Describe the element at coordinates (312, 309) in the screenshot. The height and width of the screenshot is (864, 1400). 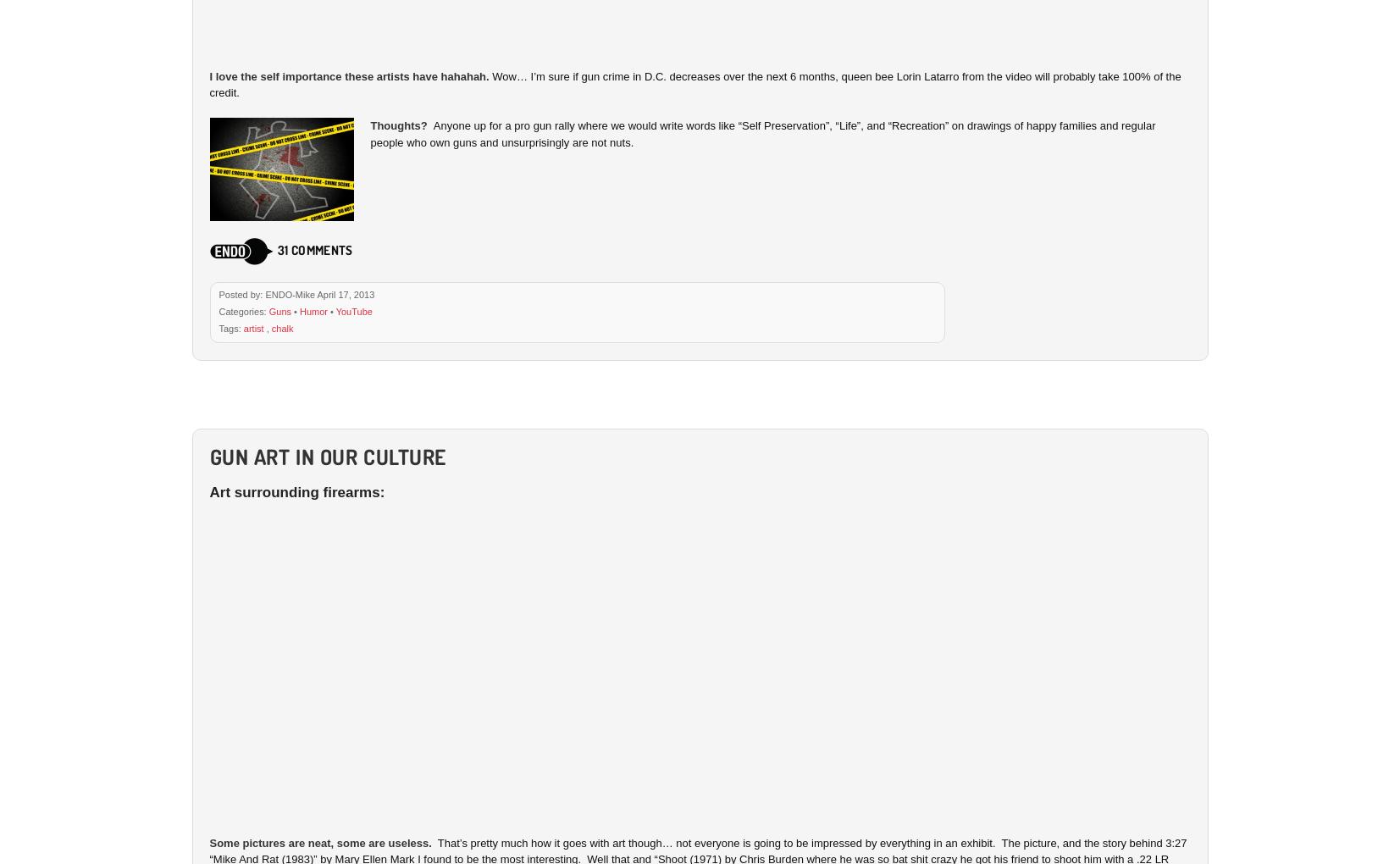
I see `'Humor'` at that location.